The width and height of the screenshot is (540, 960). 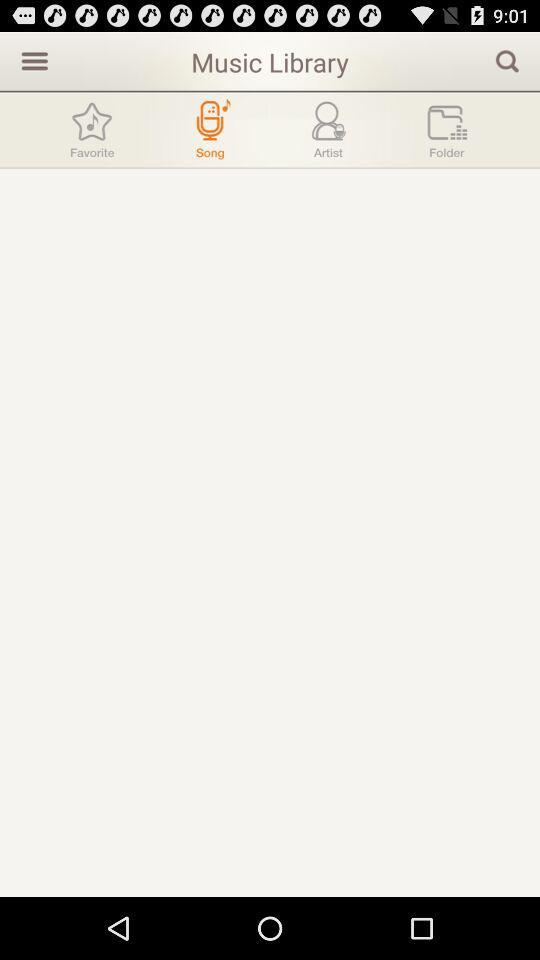 What do you see at coordinates (209, 128) in the screenshot?
I see `see a list of songs` at bounding box center [209, 128].